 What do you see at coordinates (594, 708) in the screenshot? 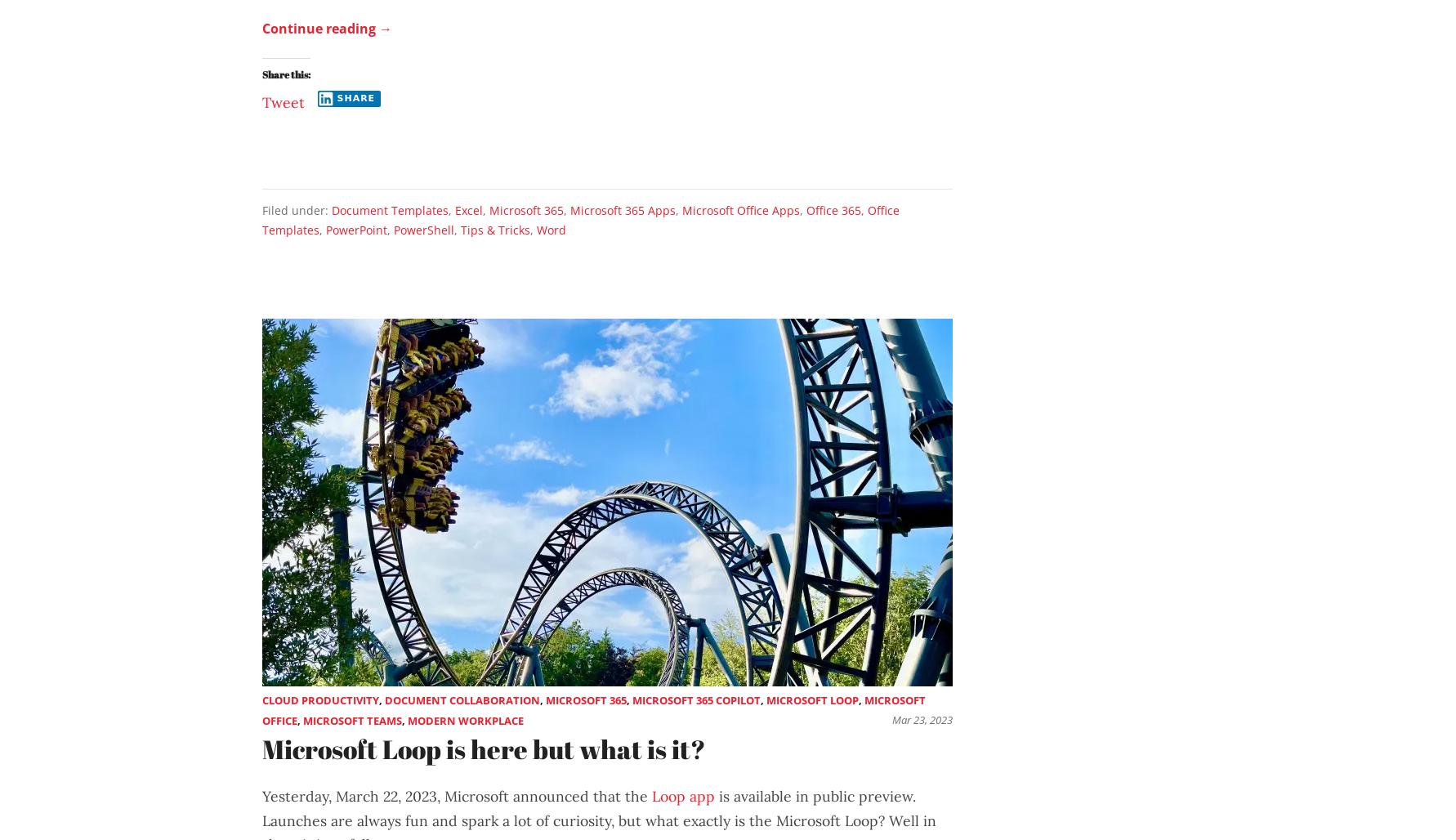
I see `'Microsoft Office'` at bounding box center [594, 708].